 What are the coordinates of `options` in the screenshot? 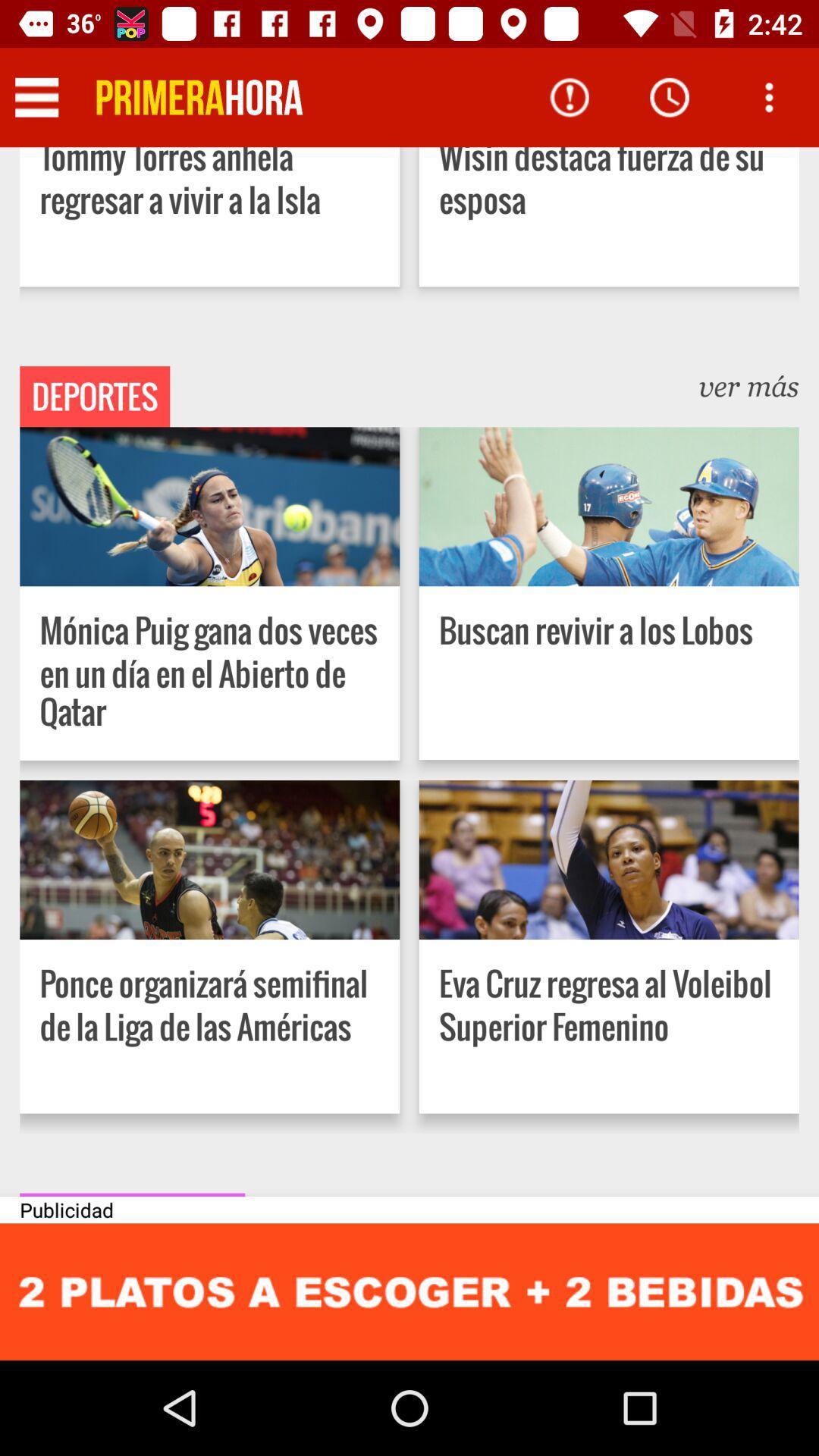 It's located at (769, 96).